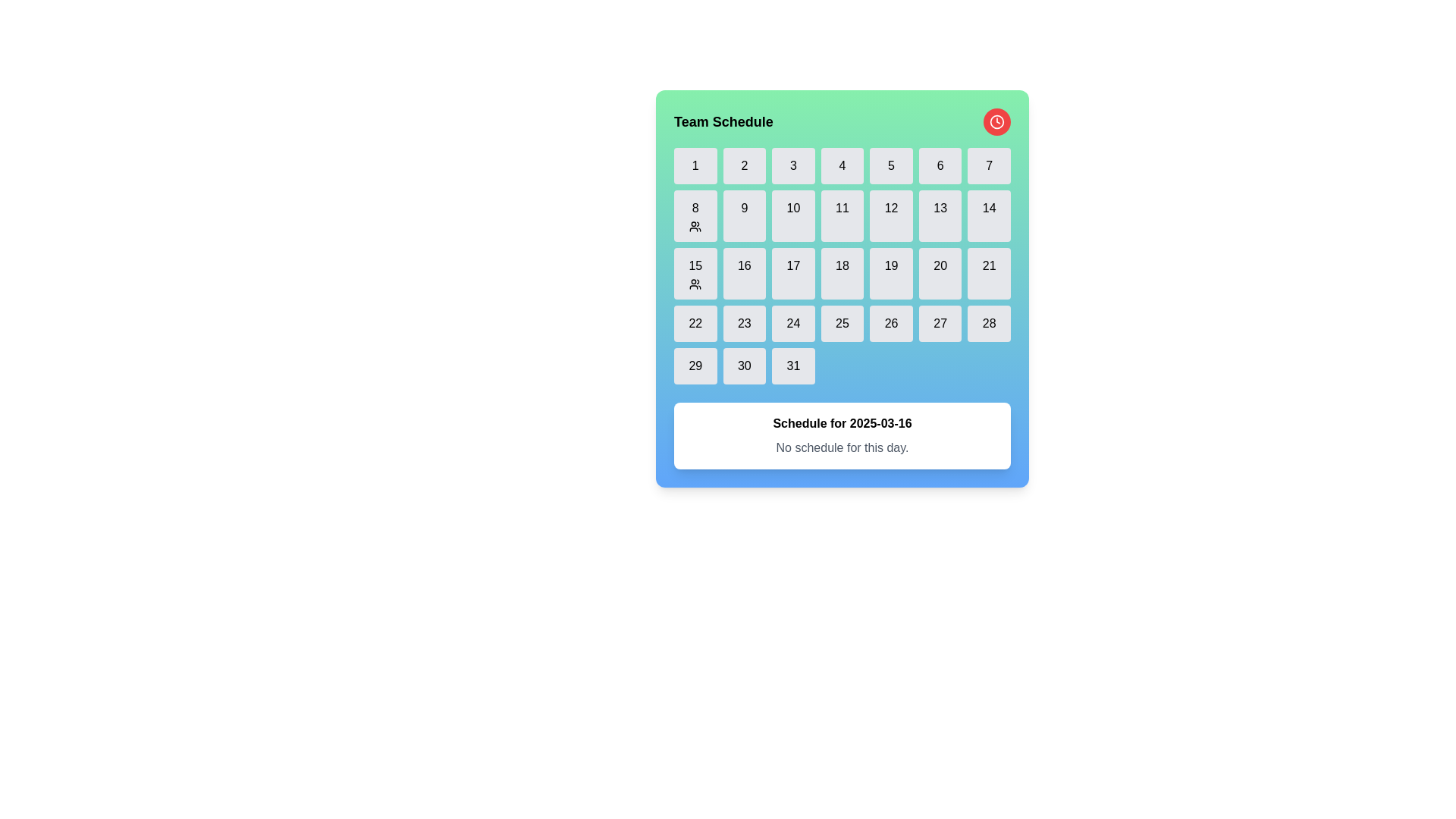  What do you see at coordinates (744, 166) in the screenshot?
I see `the text label indicating the second day in the calendar grid of the 'Team Schedule' interface` at bounding box center [744, 166].